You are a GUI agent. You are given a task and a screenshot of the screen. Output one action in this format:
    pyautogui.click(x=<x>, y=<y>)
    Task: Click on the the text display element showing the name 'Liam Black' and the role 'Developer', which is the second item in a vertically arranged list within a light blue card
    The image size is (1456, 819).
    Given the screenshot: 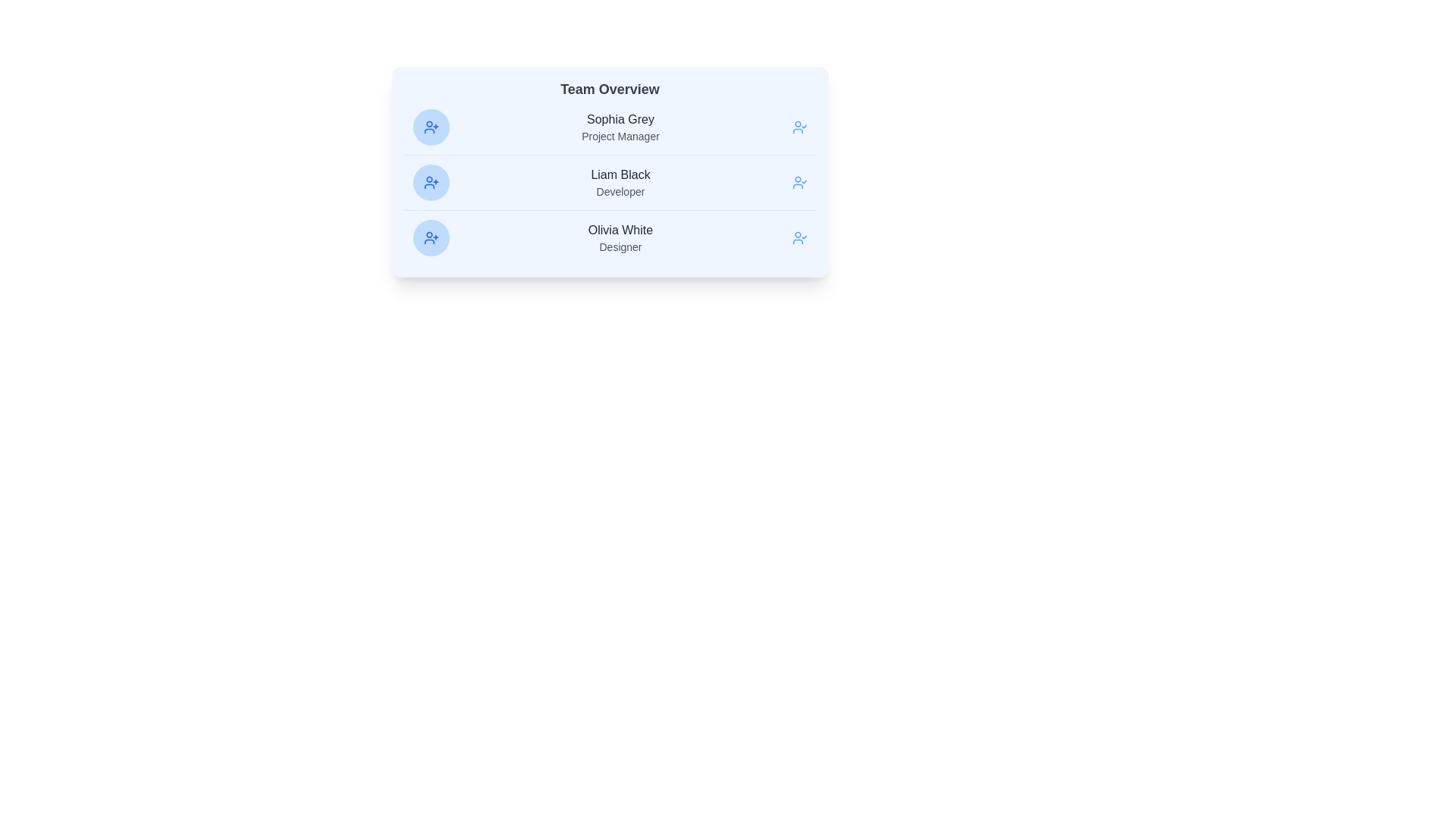 What is the action you would take?
    pyautogui.click(x=620, y=181)
    